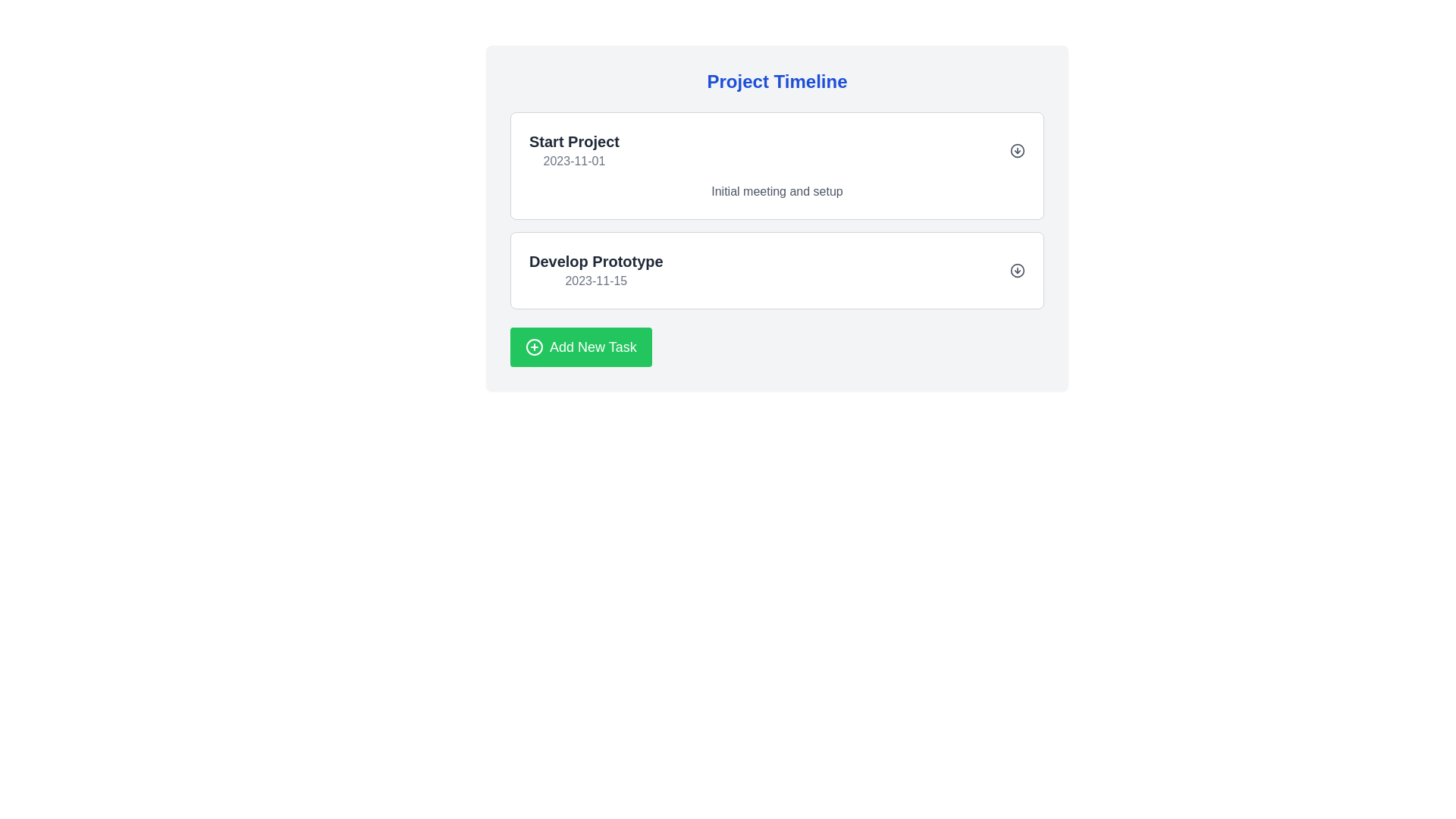 This screenshot has height=819, width=1456. What do you see at coordinates (1018, 270) in the screenshot?
I see `the interactive icon button located on the right side of the 'Develop Prototype' task line, near the timestamp '2023-11-15'` at bounding box center [1018, 270].